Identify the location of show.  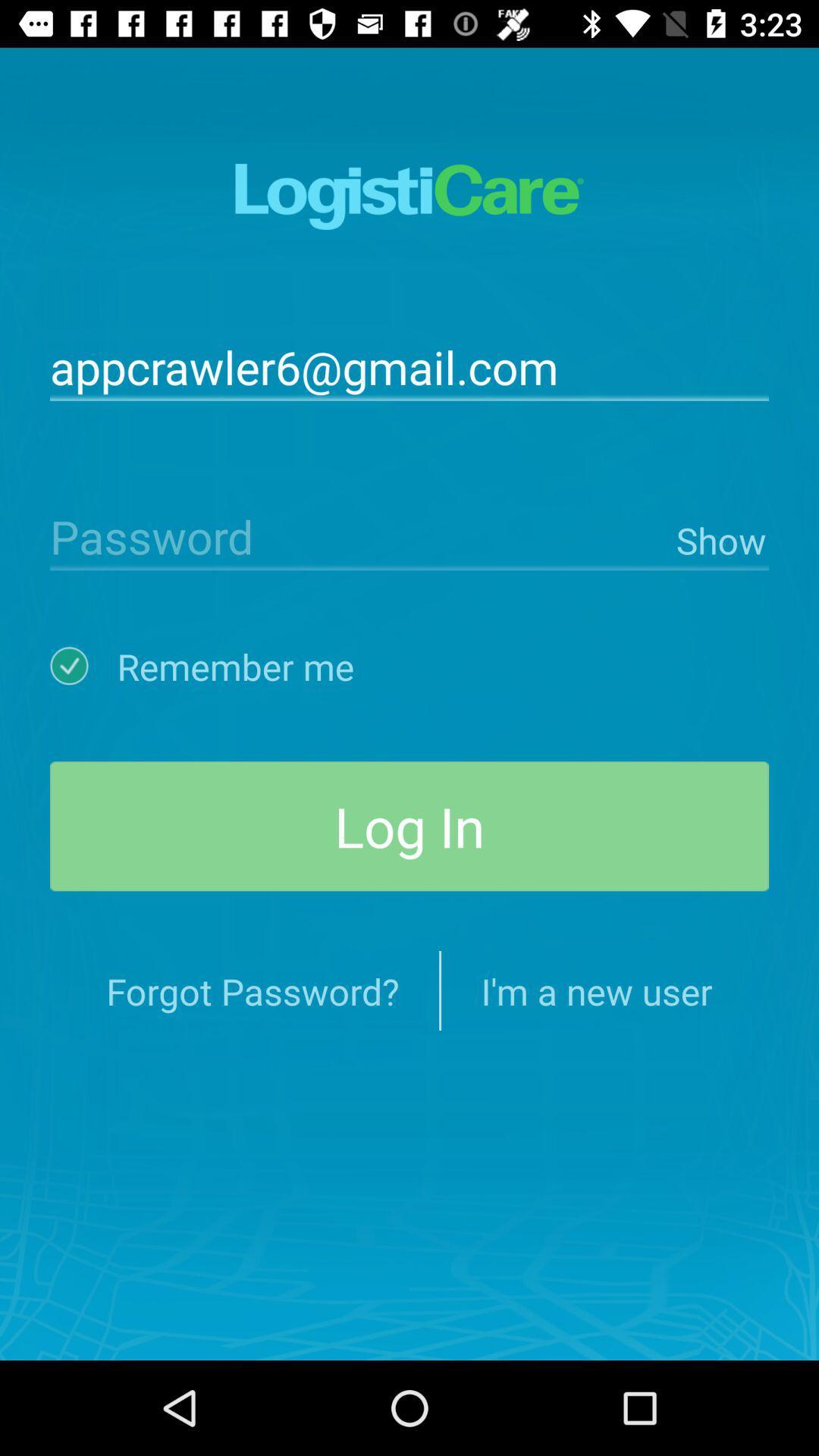
(718, 537).